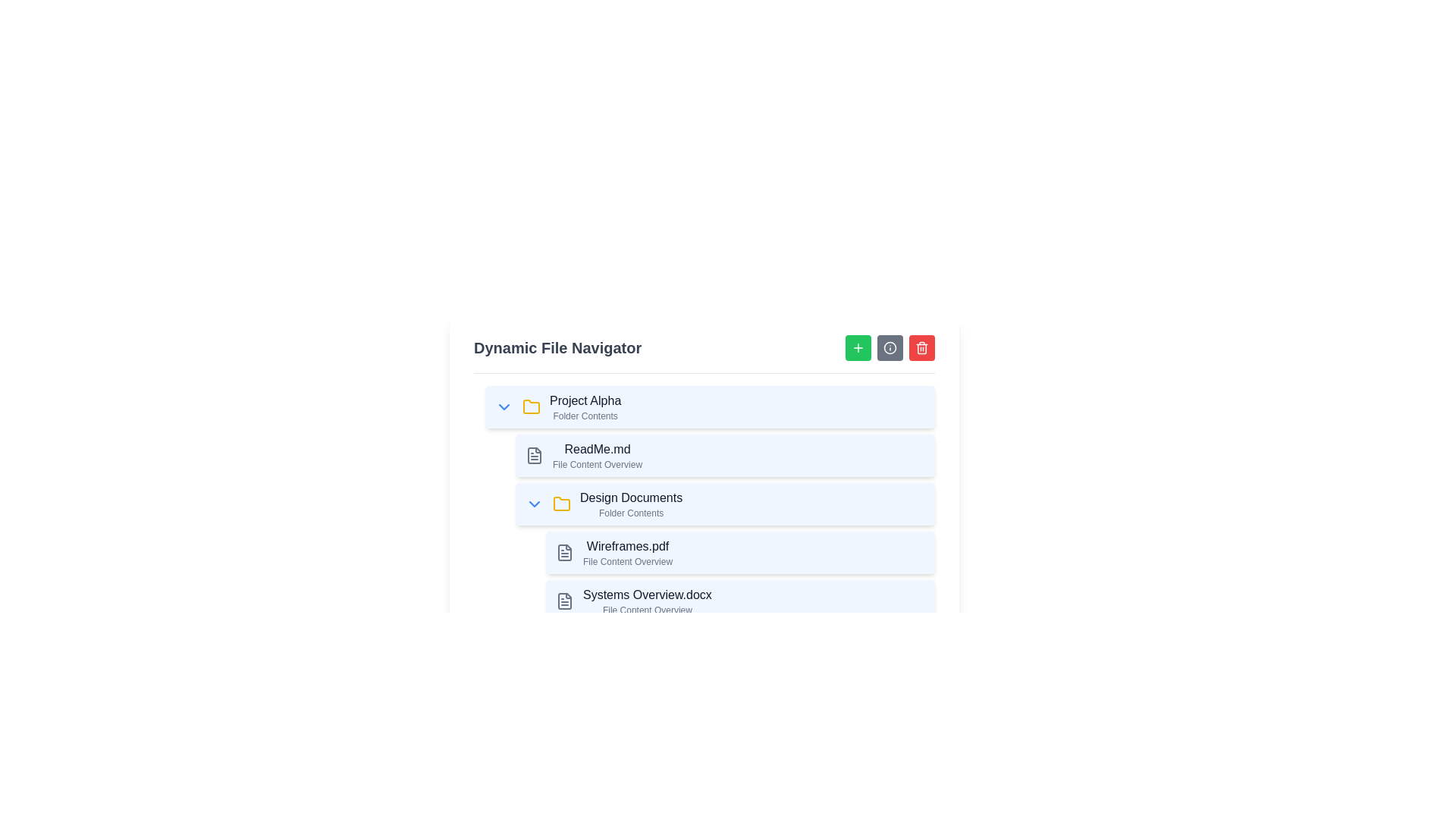 The image size is (1456, 819). What do you see at coordinates (504, 406) in the screenshot?
I see `the chevron icon` at bounding box center [504, 406].